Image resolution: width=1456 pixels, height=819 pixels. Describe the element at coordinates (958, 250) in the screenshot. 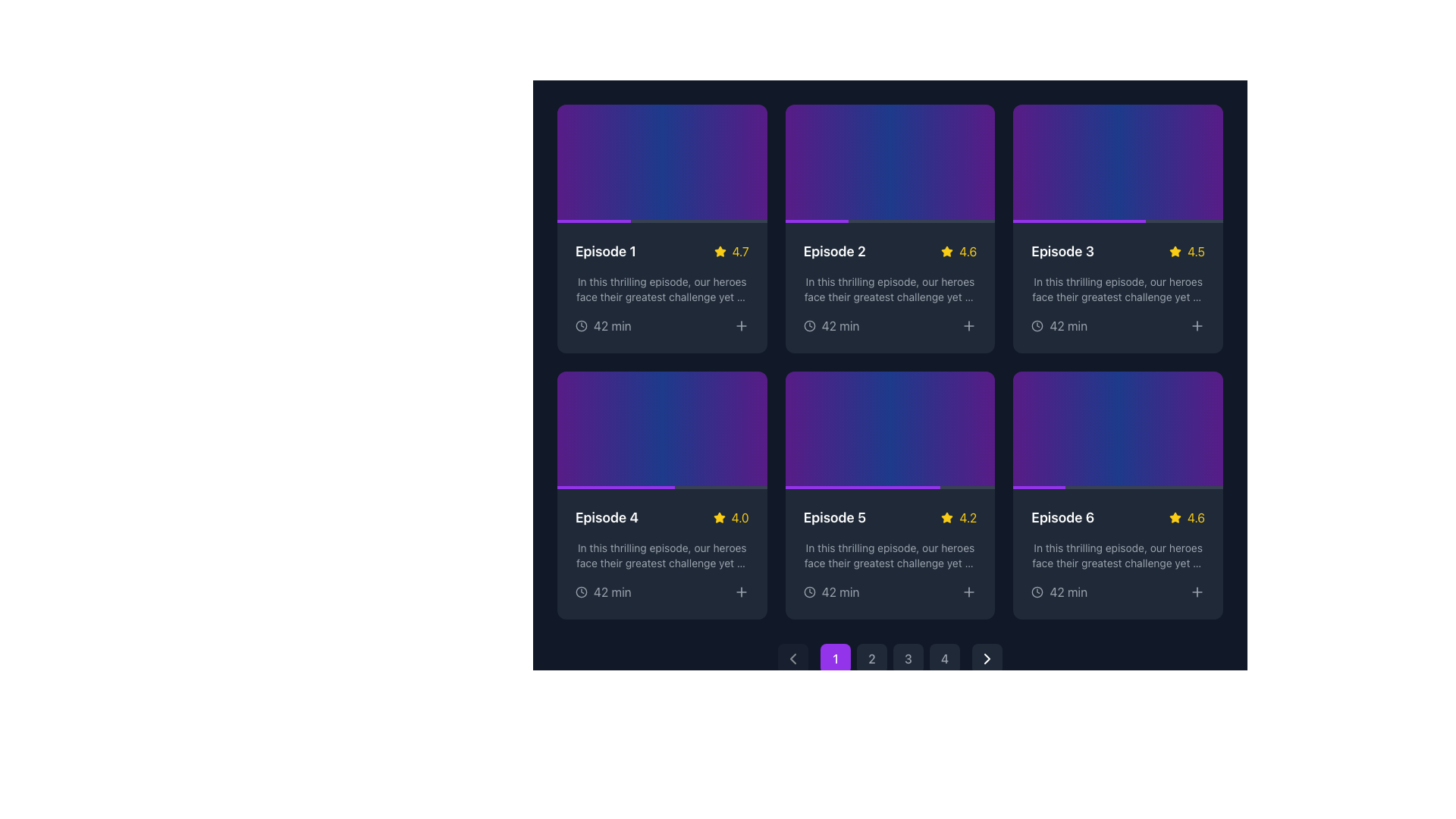

I see `the Rating indicator for 'Episode 2', which features a yellow star icon and the text '4.6' on a dark background` at that location.